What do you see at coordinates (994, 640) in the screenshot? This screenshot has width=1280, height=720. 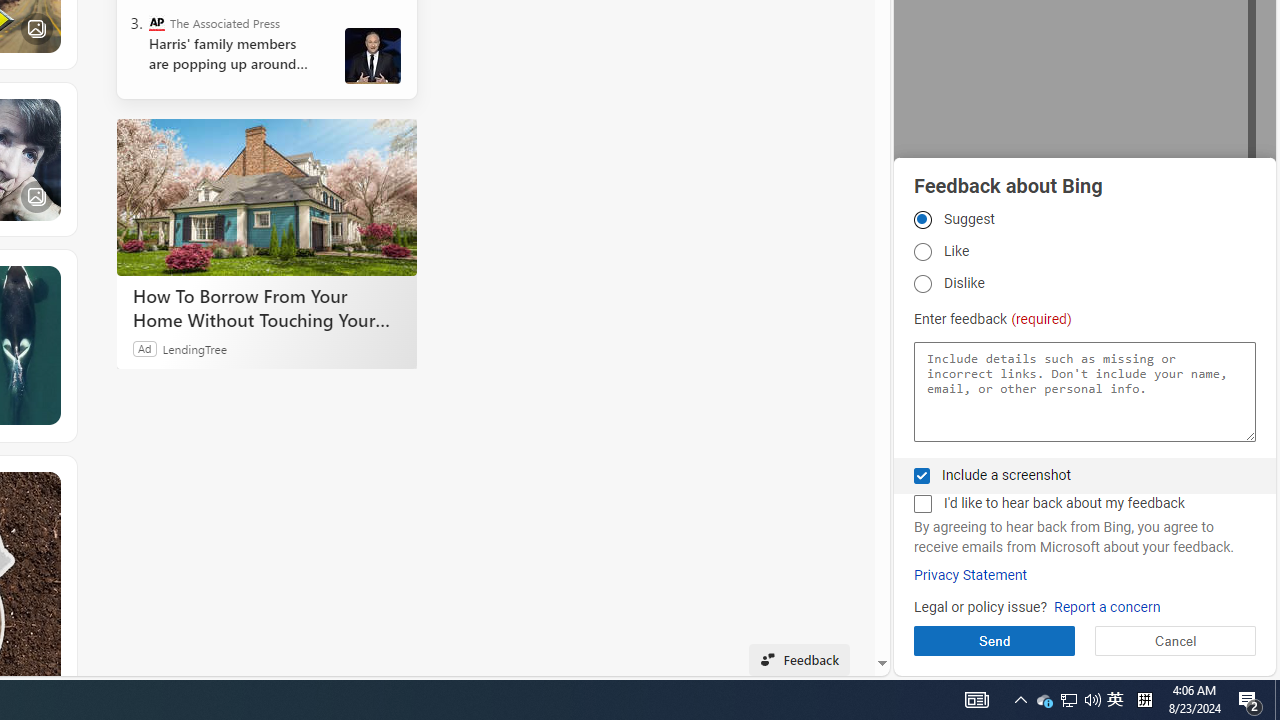 I see `'Send'` at bounding box center [994, 640].